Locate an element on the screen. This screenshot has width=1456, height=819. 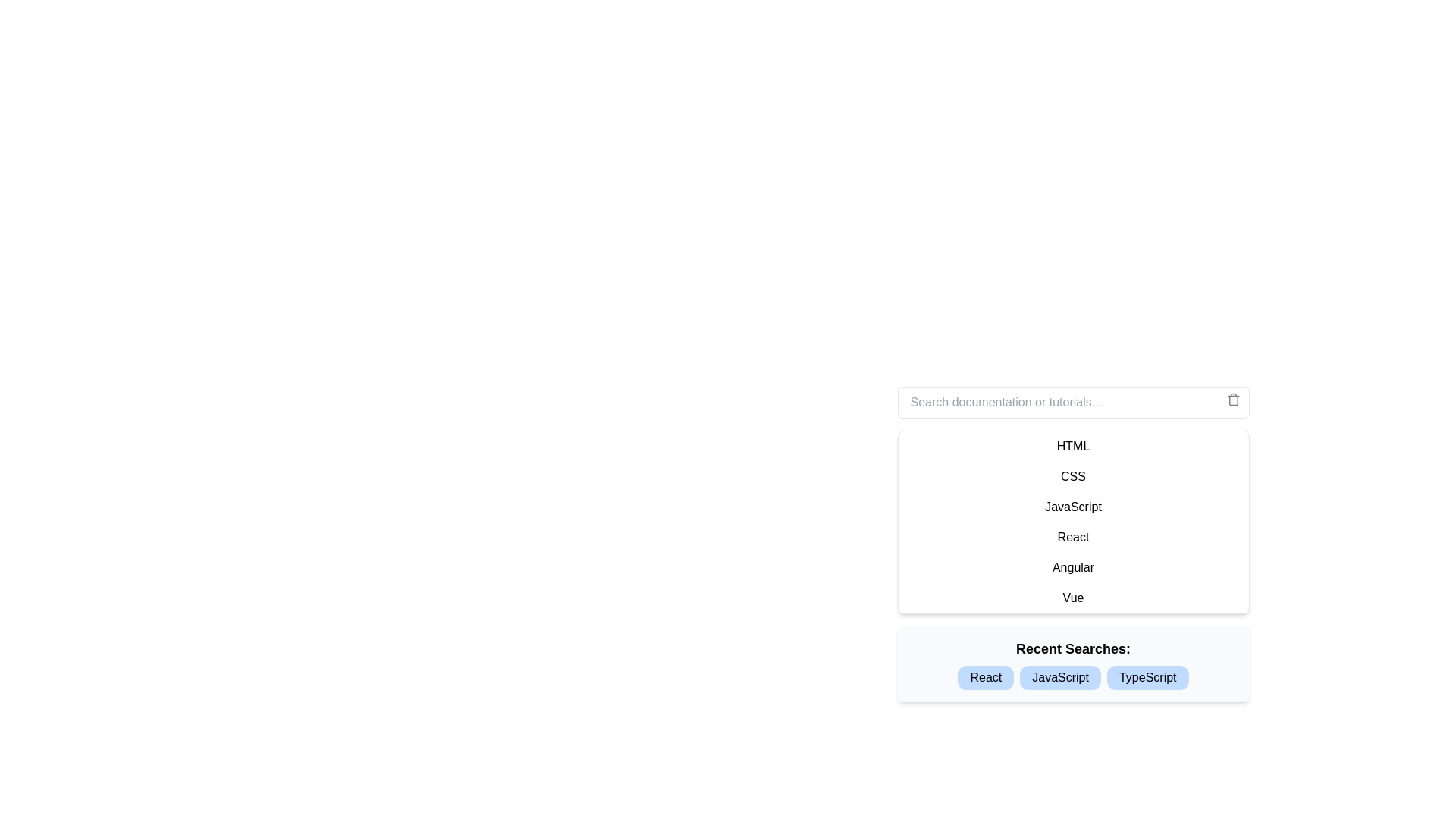
the list item displaying the text 'Angular' in bold black font is located at coordinates (1072, 567).